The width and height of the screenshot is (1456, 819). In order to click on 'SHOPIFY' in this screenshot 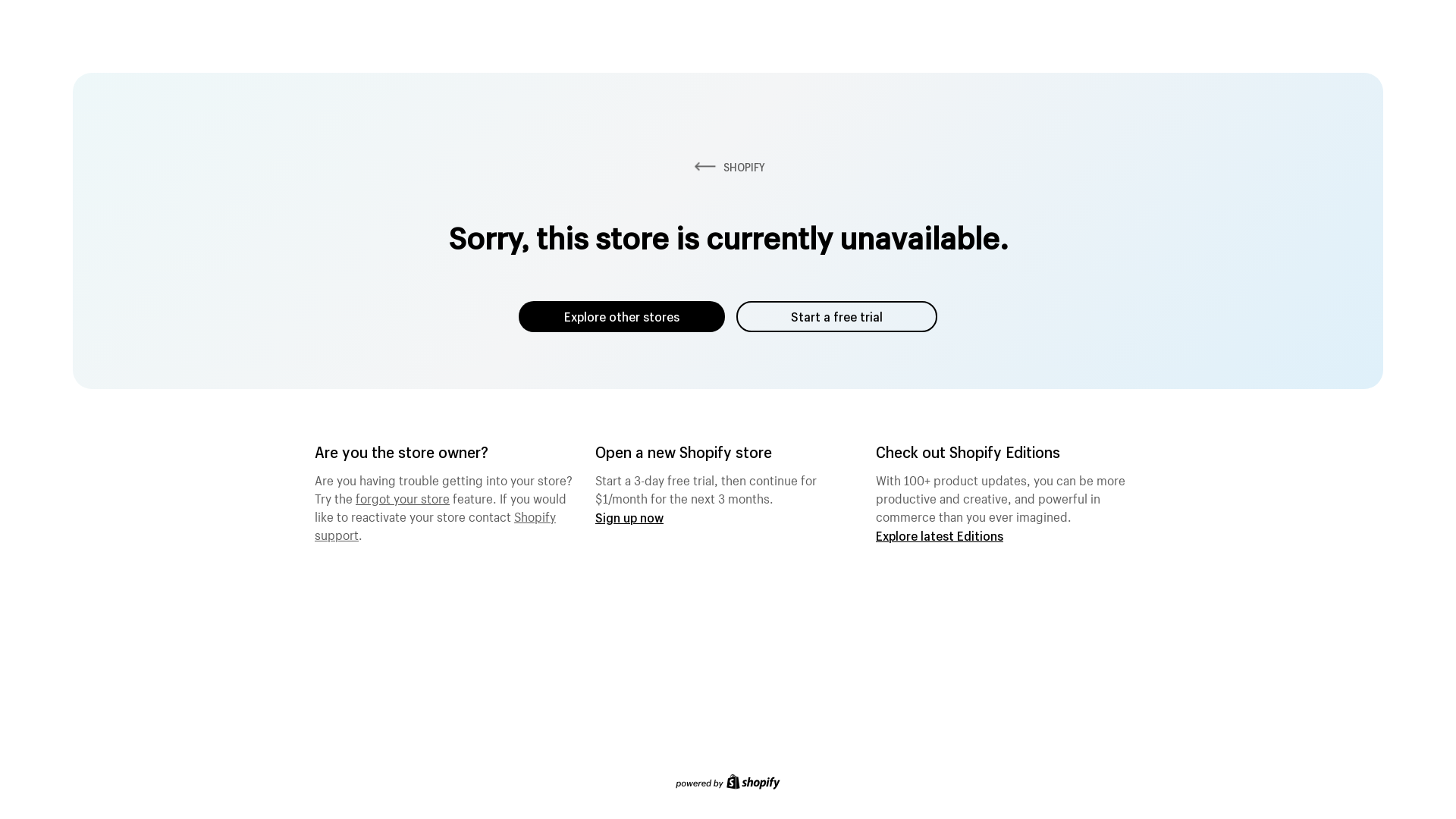, I will do `click(690, 167)`.